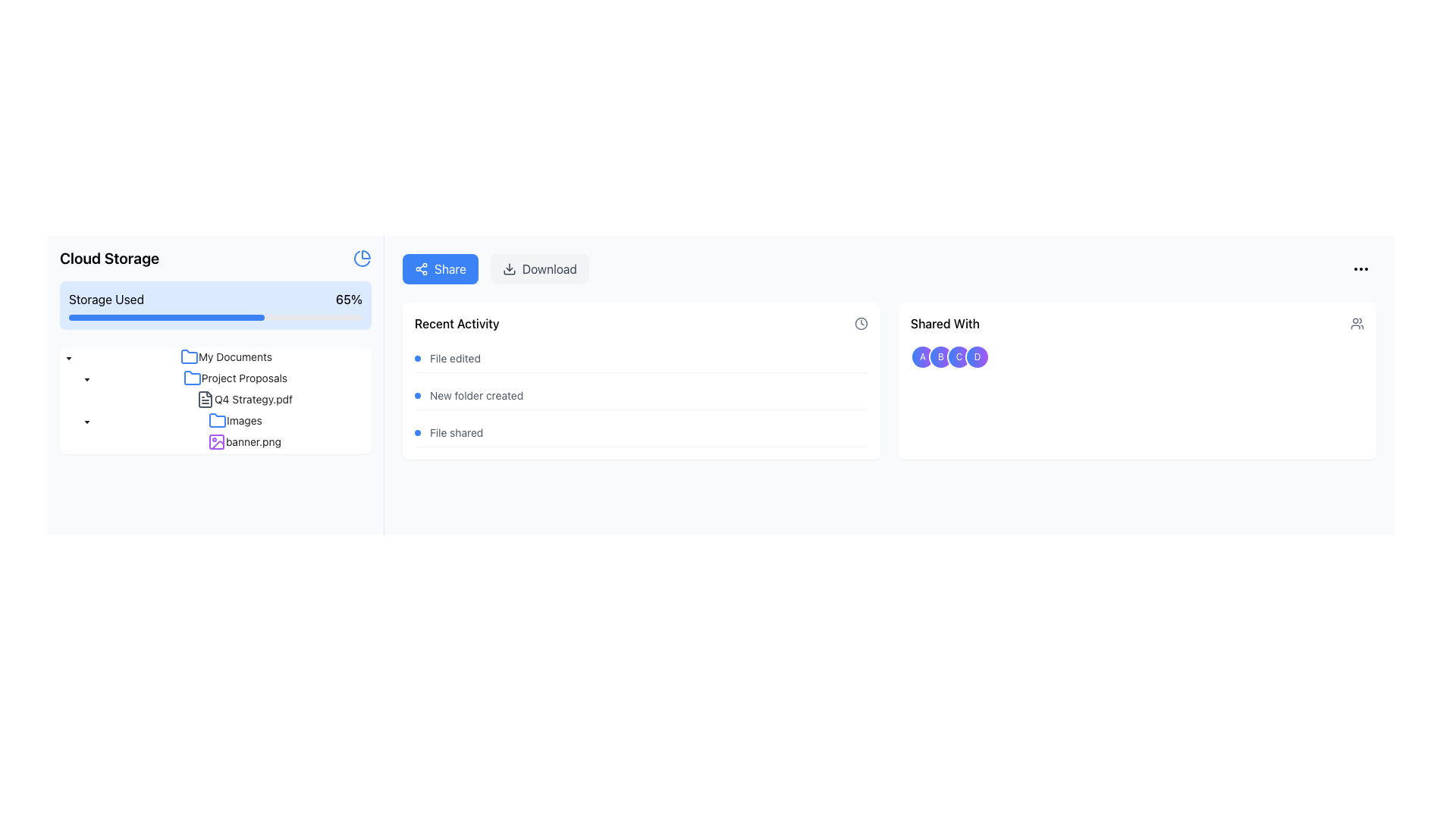 This screenshot has height=819, width=1456. Describe the element at coordinates (244, 420) in the screenshot. I see `the 'Images' directory label located within the tree structure under 'Cloud Storage'` at that location.